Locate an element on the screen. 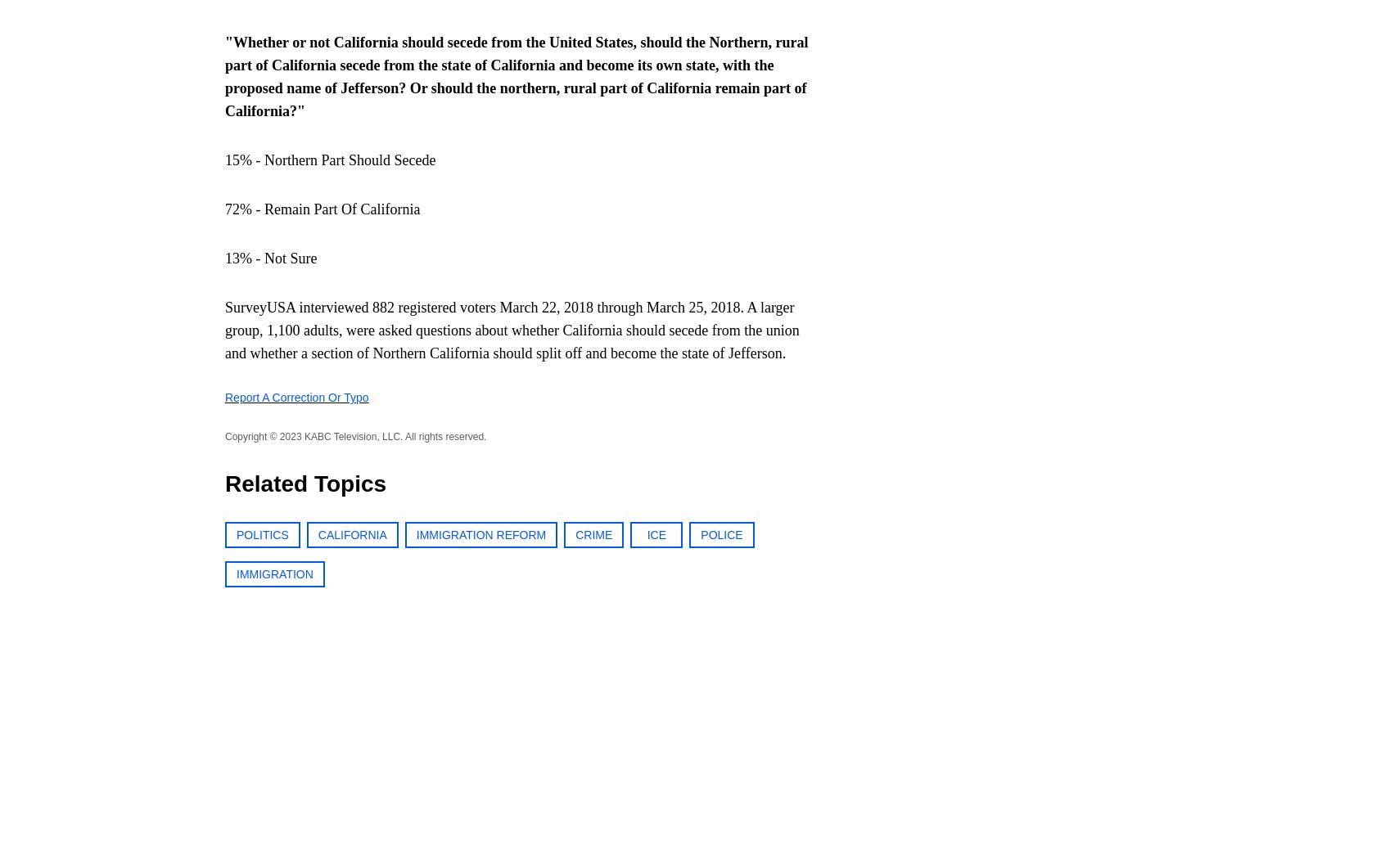 This screenshot has width=1385, height=868. 'ICE' is located at coordinates (646, 534).